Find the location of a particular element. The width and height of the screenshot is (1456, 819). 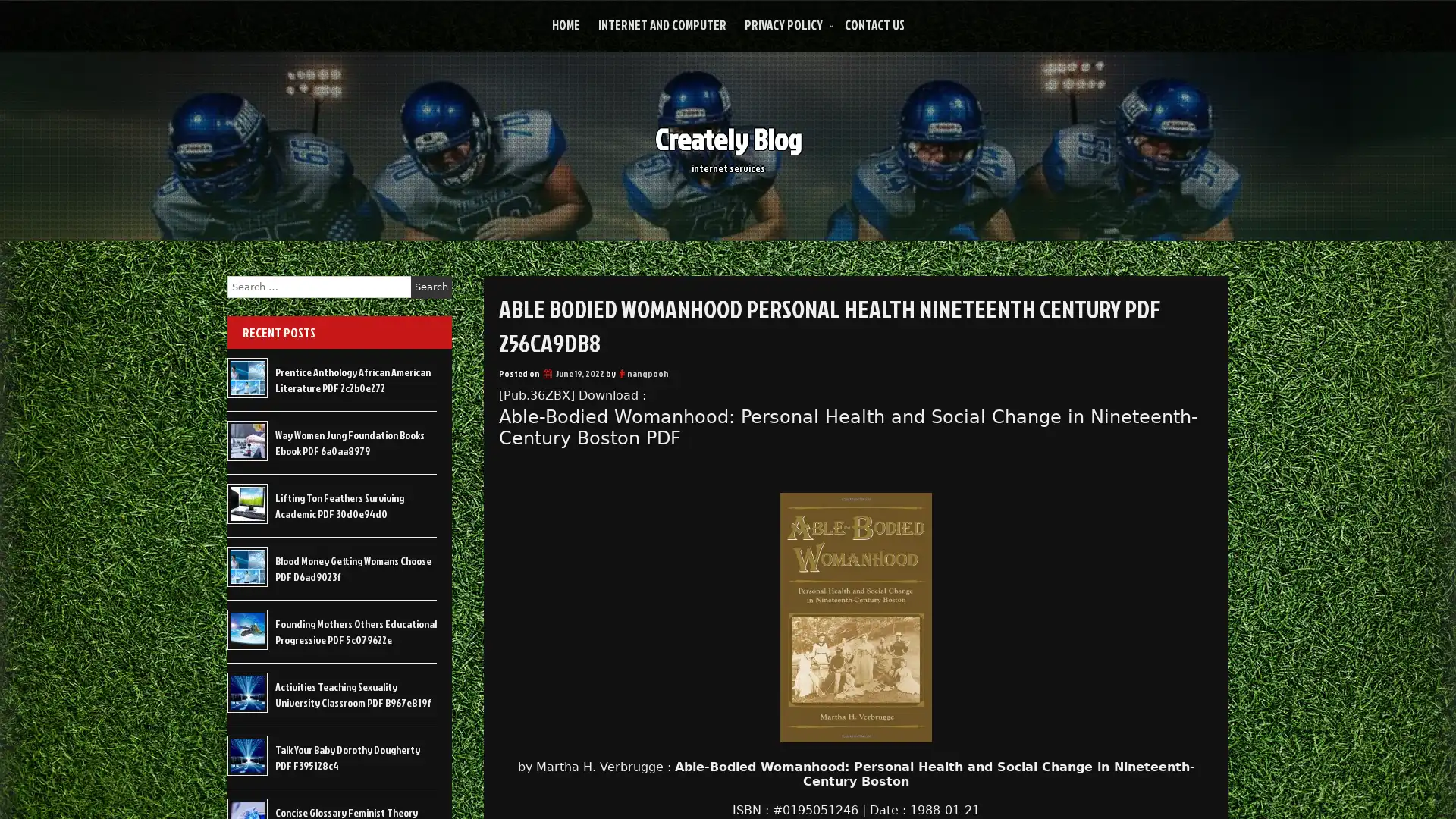

Search is located at coordinates (431, 287).